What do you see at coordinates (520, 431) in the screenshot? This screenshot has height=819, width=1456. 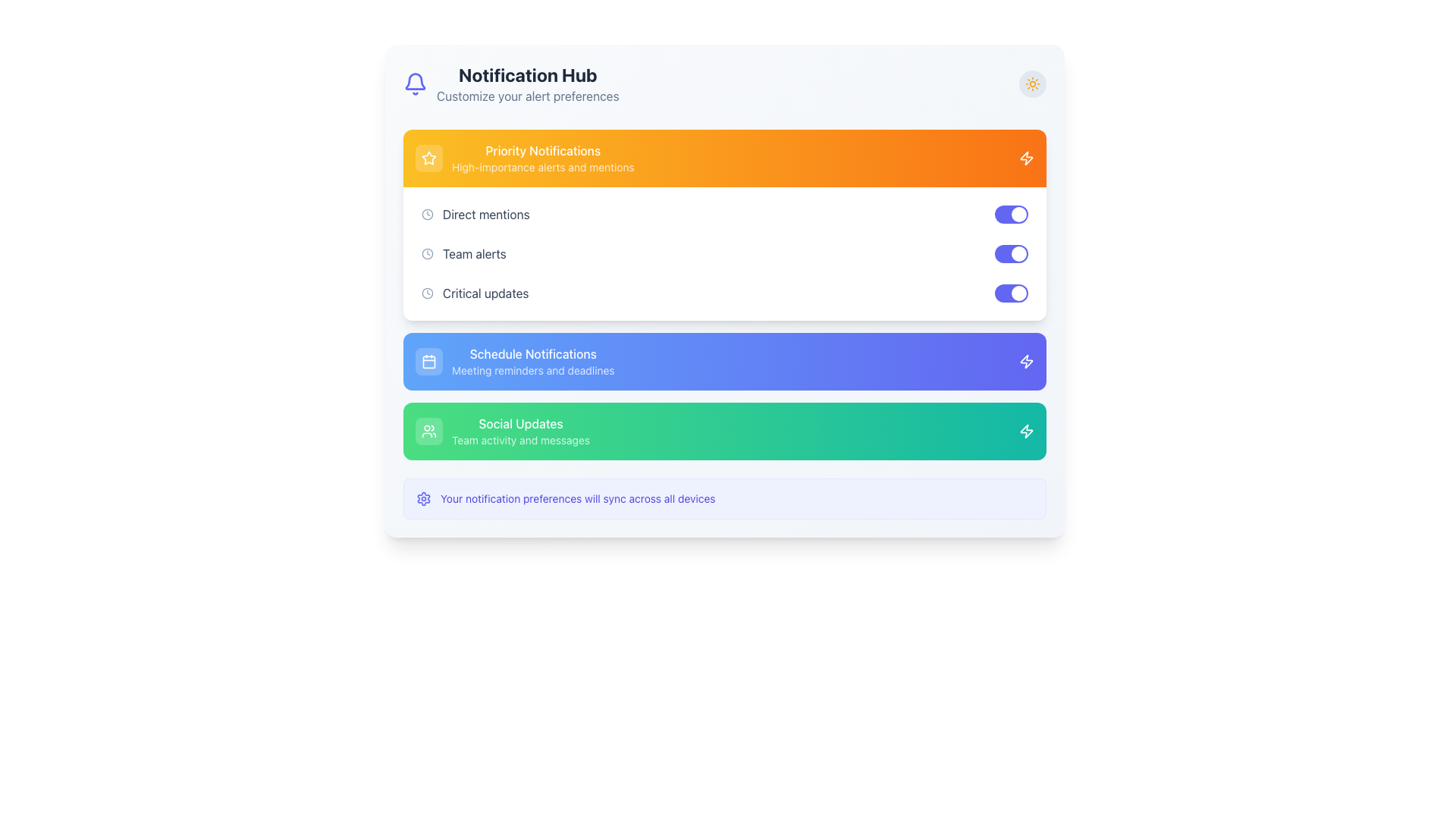 I see `the Static text component that provides a header and descriptor for the 'Social Updates' notification category, located in the green section of the notification hub interface` at bounding box center [520, 431].